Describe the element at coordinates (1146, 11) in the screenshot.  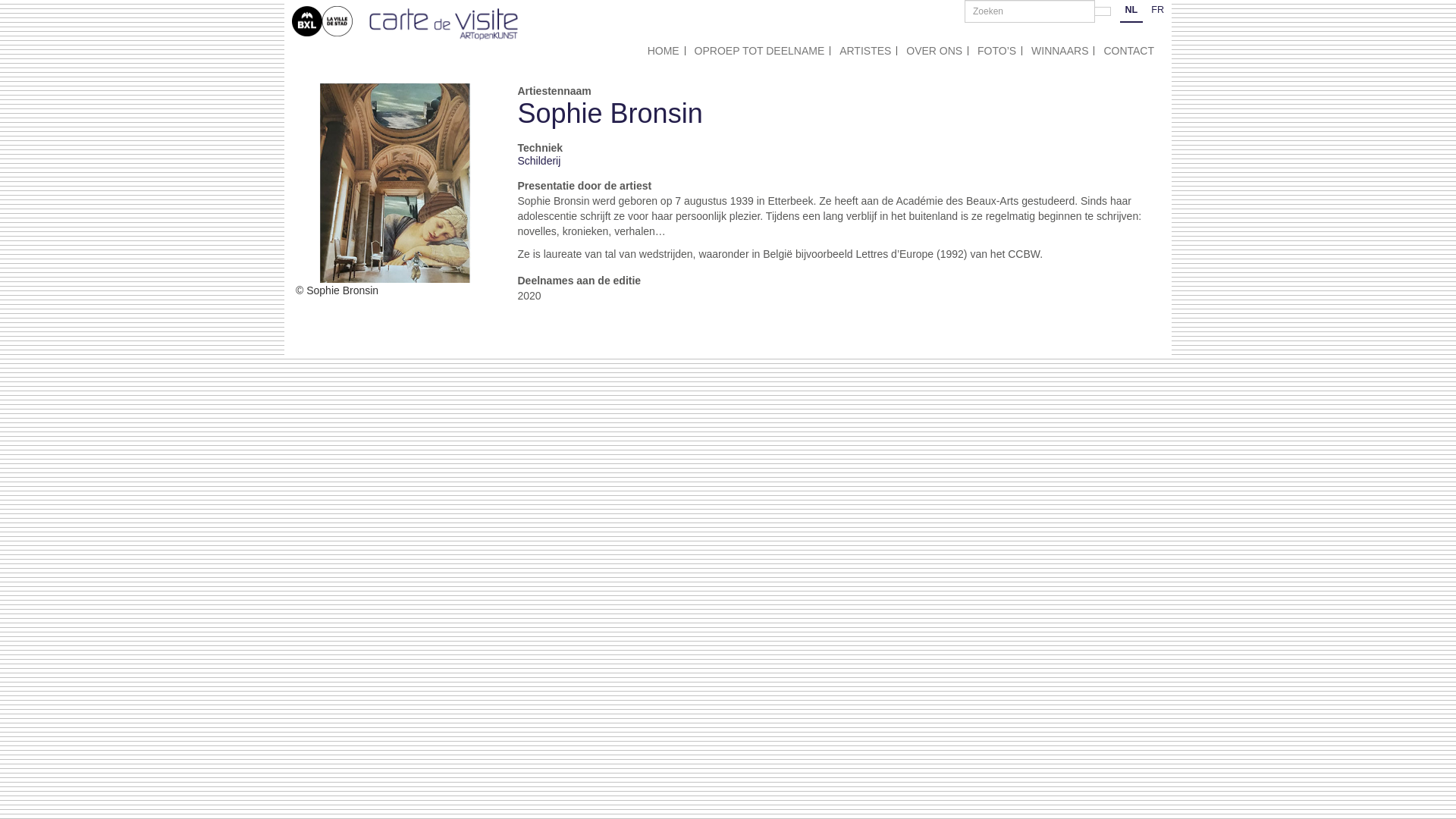
I see `'FR'` at that location.